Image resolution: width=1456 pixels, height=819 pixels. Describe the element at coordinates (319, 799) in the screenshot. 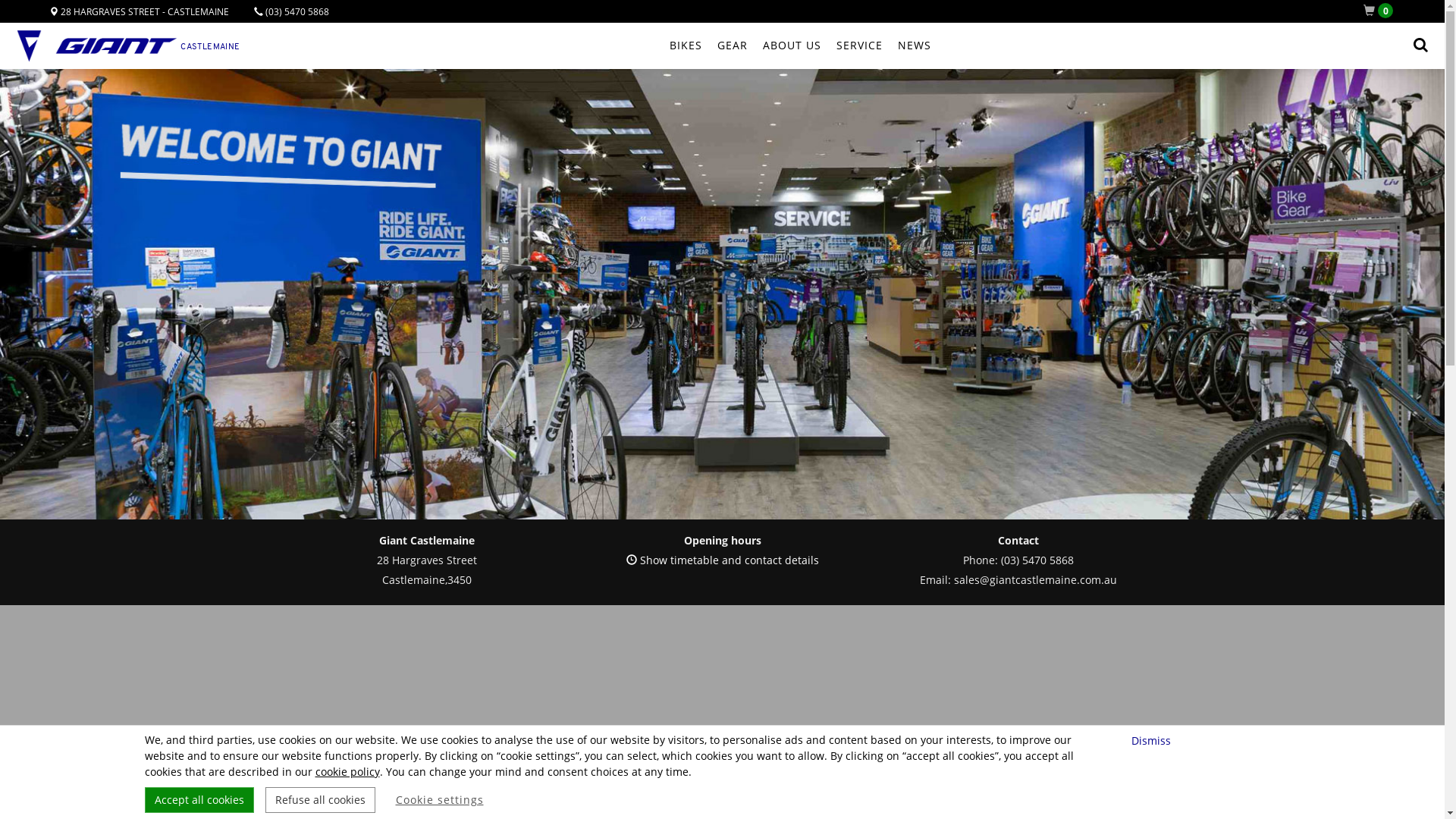

I see `'Refuse all cookies'` at that location.